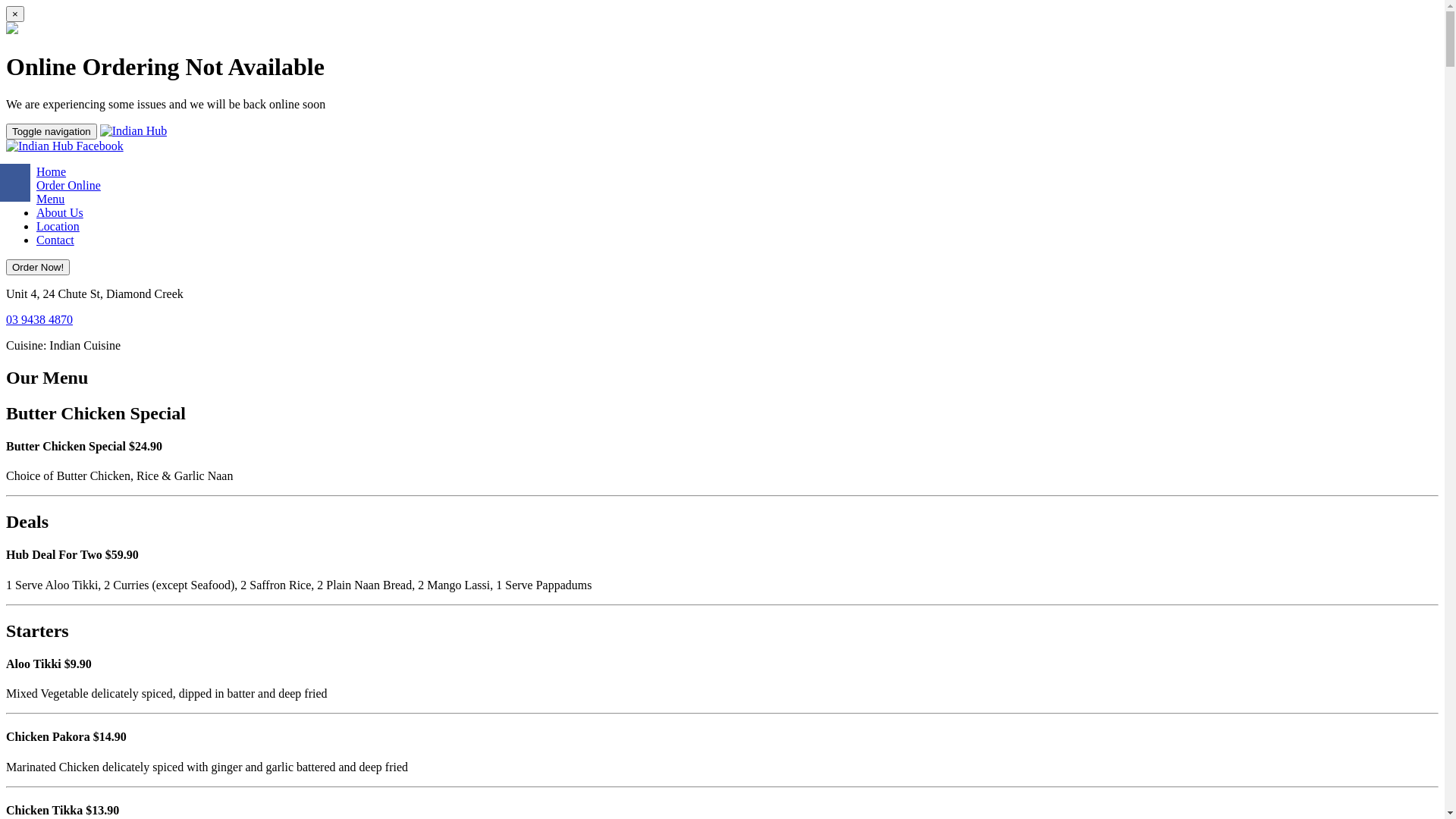 Image resolution: width=1456 pixels, height=819 pixels. Describe the element at coordinates (36, 198) in the screenshot. I see `'Menu'` at that location.